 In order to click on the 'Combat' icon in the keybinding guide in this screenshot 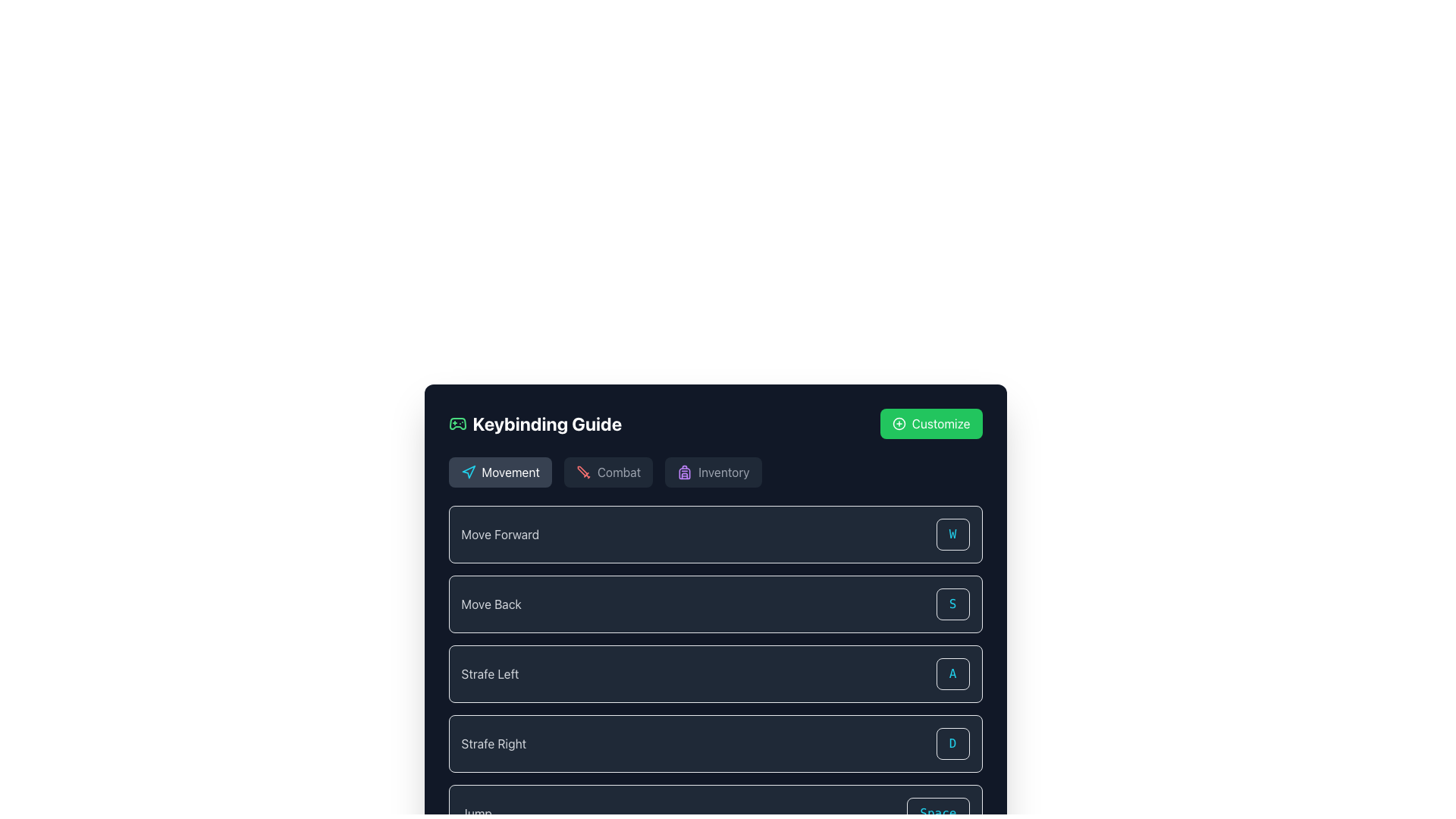, I will do `click(582, 472)`.